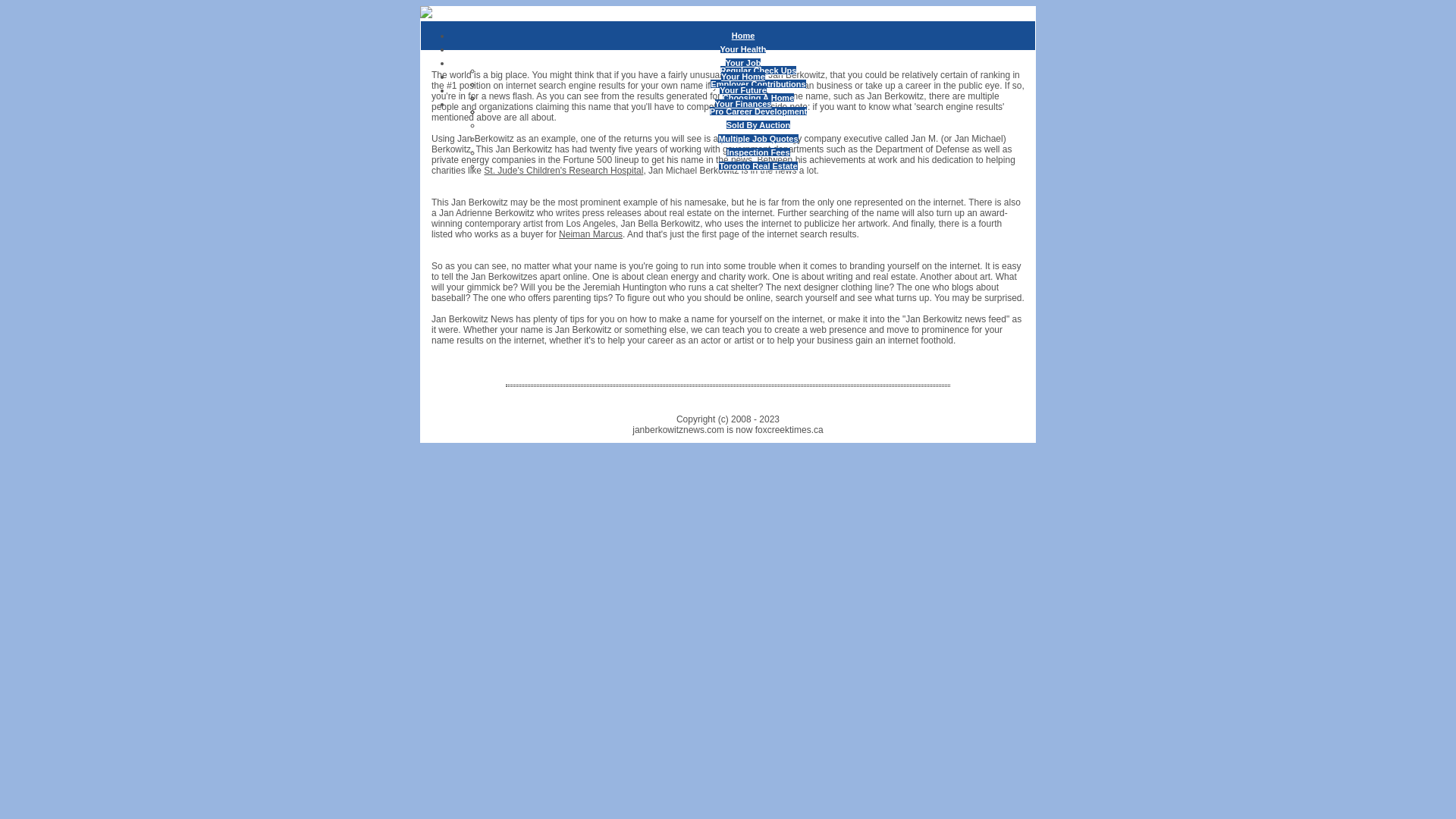 The width and height of the screenshot is (1456, 819). What do you see at coordinates (720, 70) in the screenshot?
I see `'Regular Check Ups'` at bounding box center [720, 70].